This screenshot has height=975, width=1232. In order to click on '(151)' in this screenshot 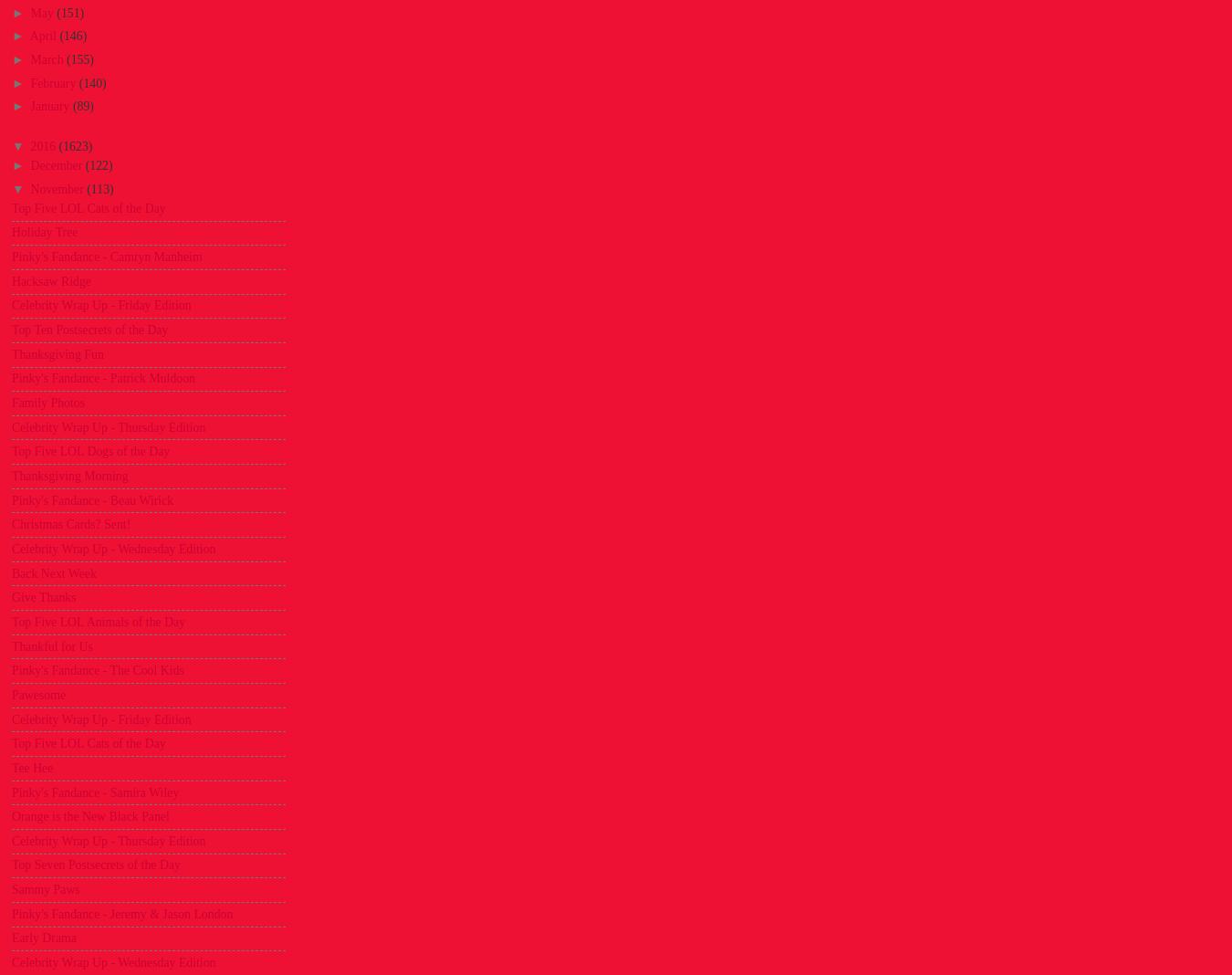, I will do `click(68, 11)`.